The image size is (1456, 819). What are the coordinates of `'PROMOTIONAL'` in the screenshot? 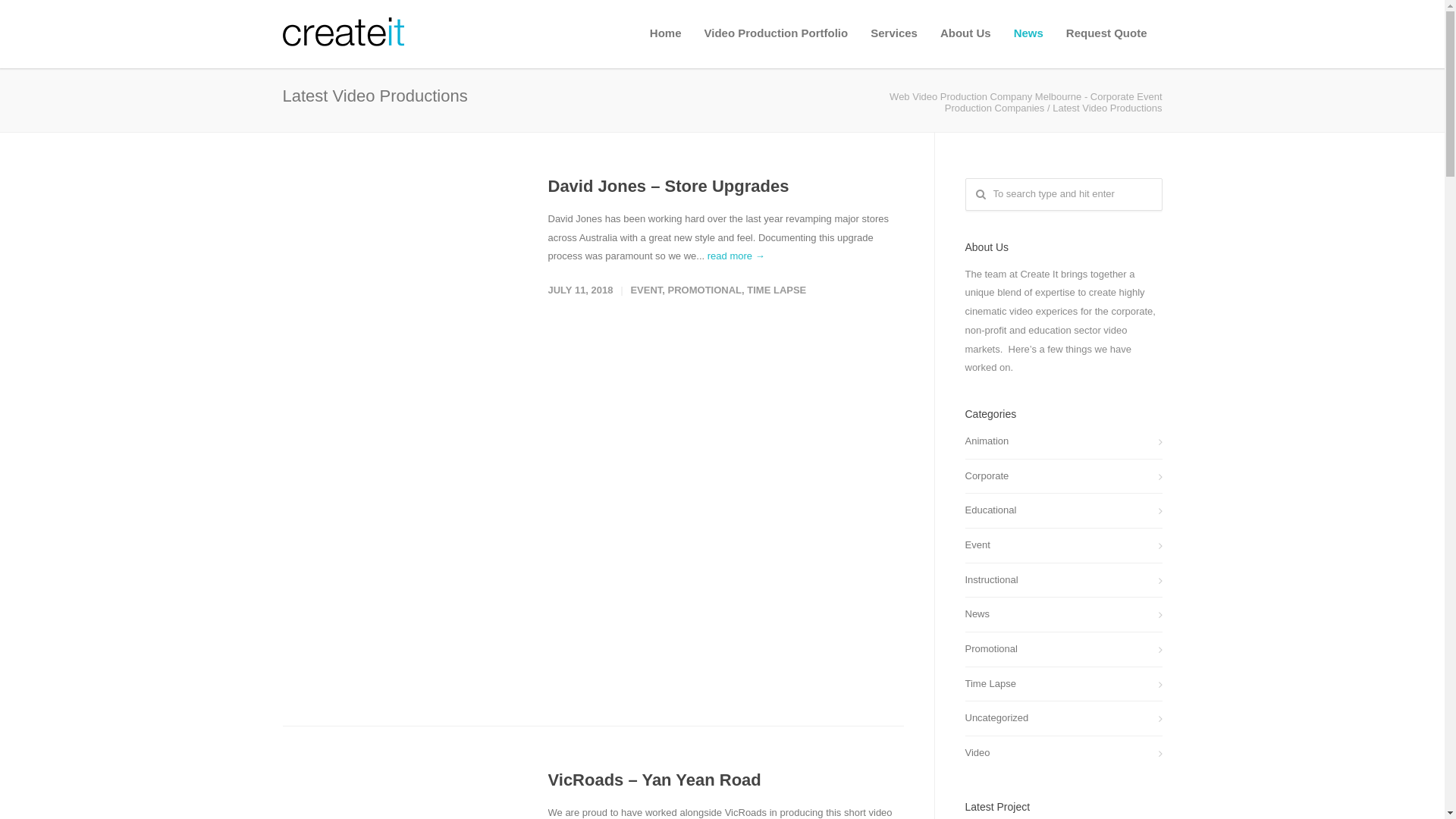 It's located at (667, 290).